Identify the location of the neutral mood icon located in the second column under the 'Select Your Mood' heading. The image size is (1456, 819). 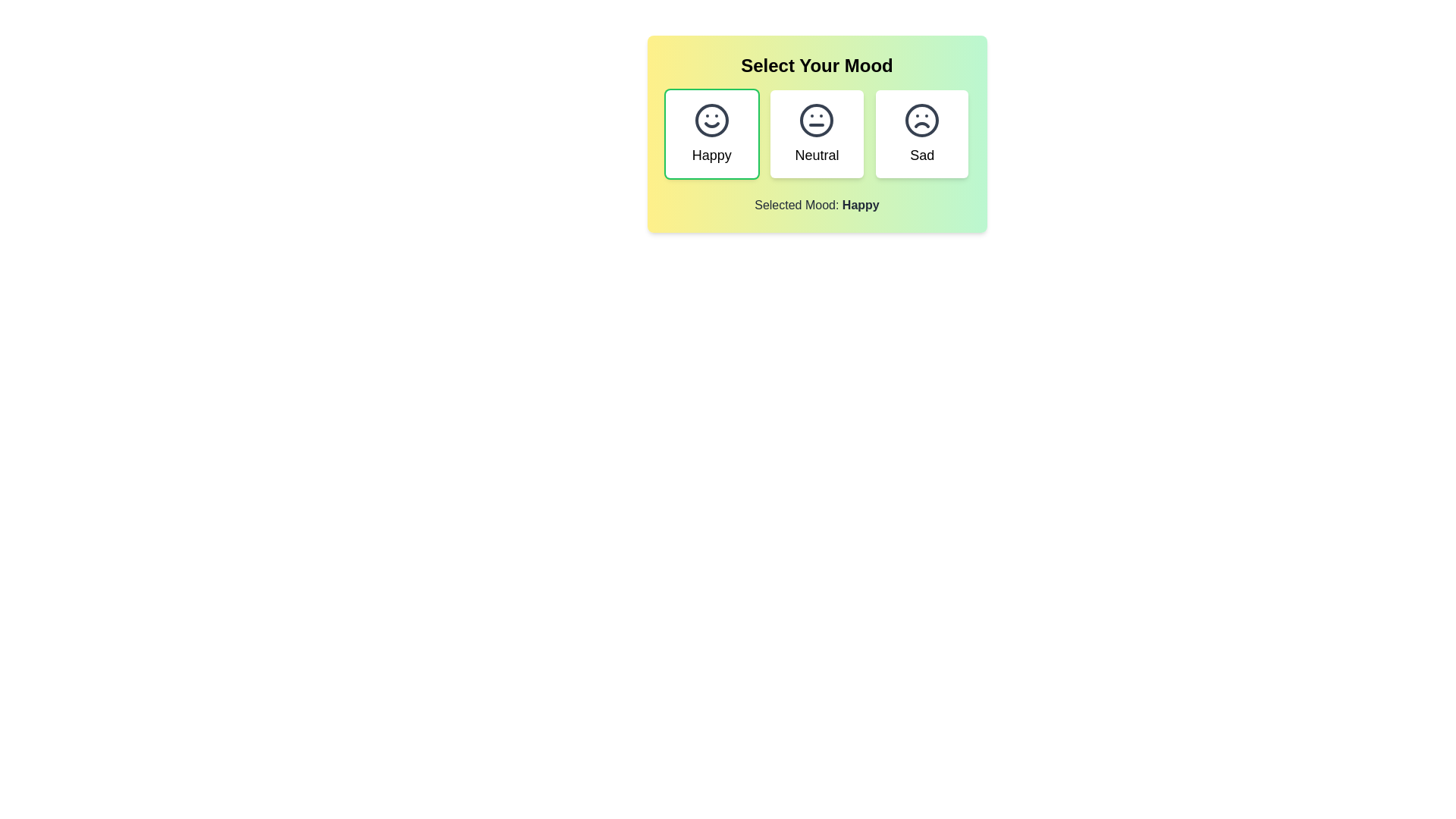
(816, 119).